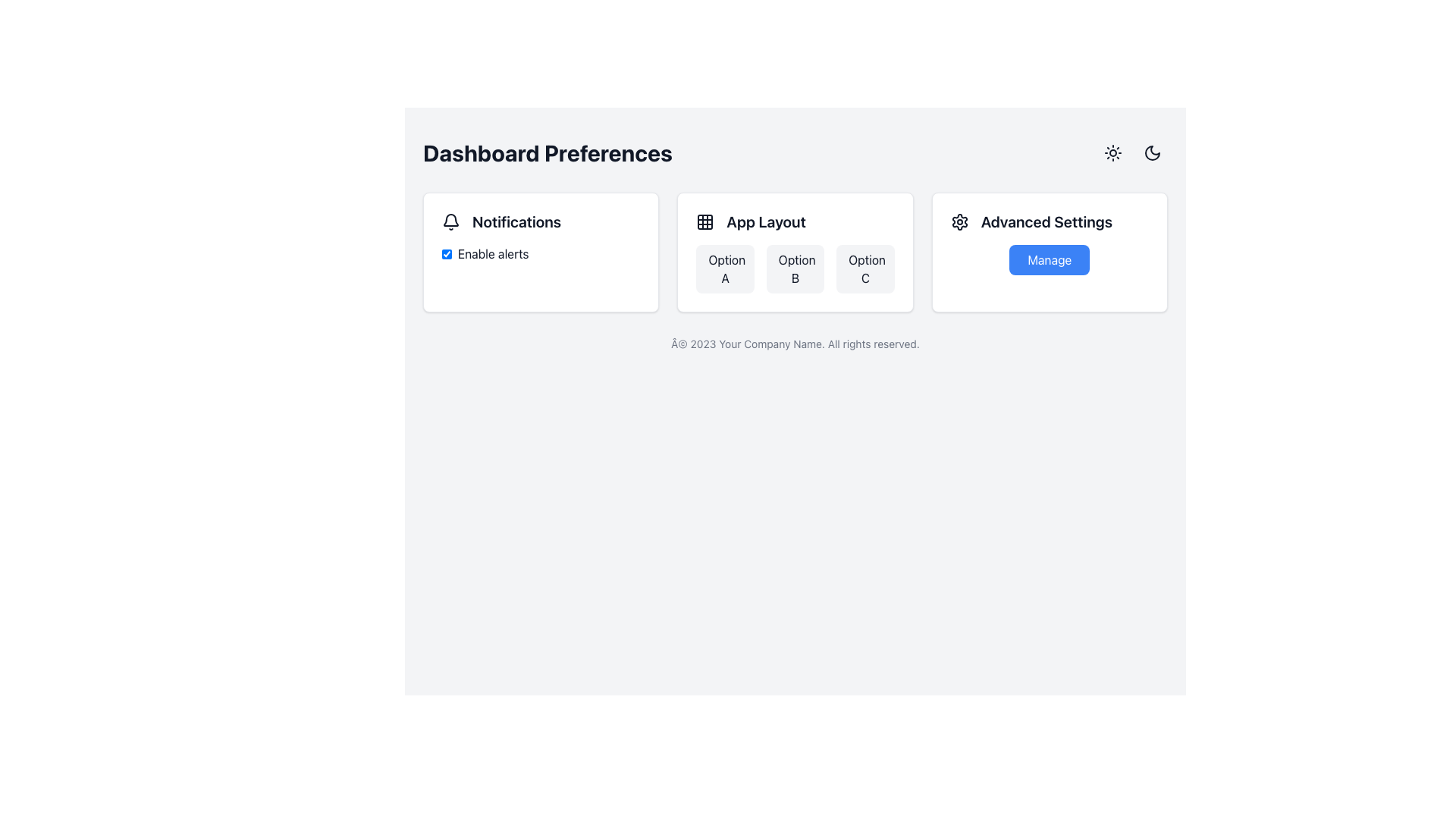 The image size is (1456, 819). What do you see at coordinates (959, 222) in the screenshot?
I see `the settings icon located at the top-right section of the interface` at bounding box center [959, 222].